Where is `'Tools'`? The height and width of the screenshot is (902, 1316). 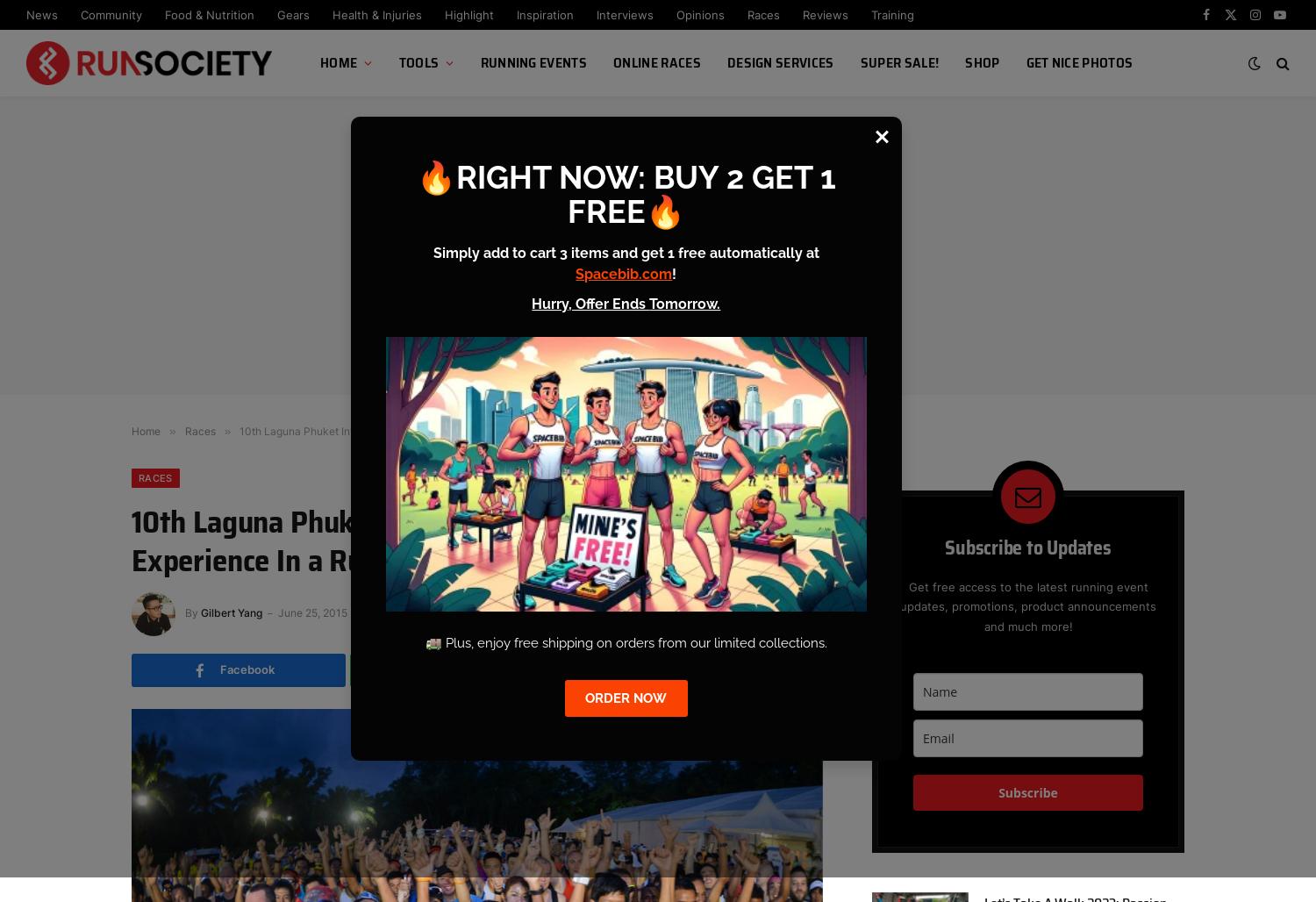
'Tools' is located at coordinates (418, 61).